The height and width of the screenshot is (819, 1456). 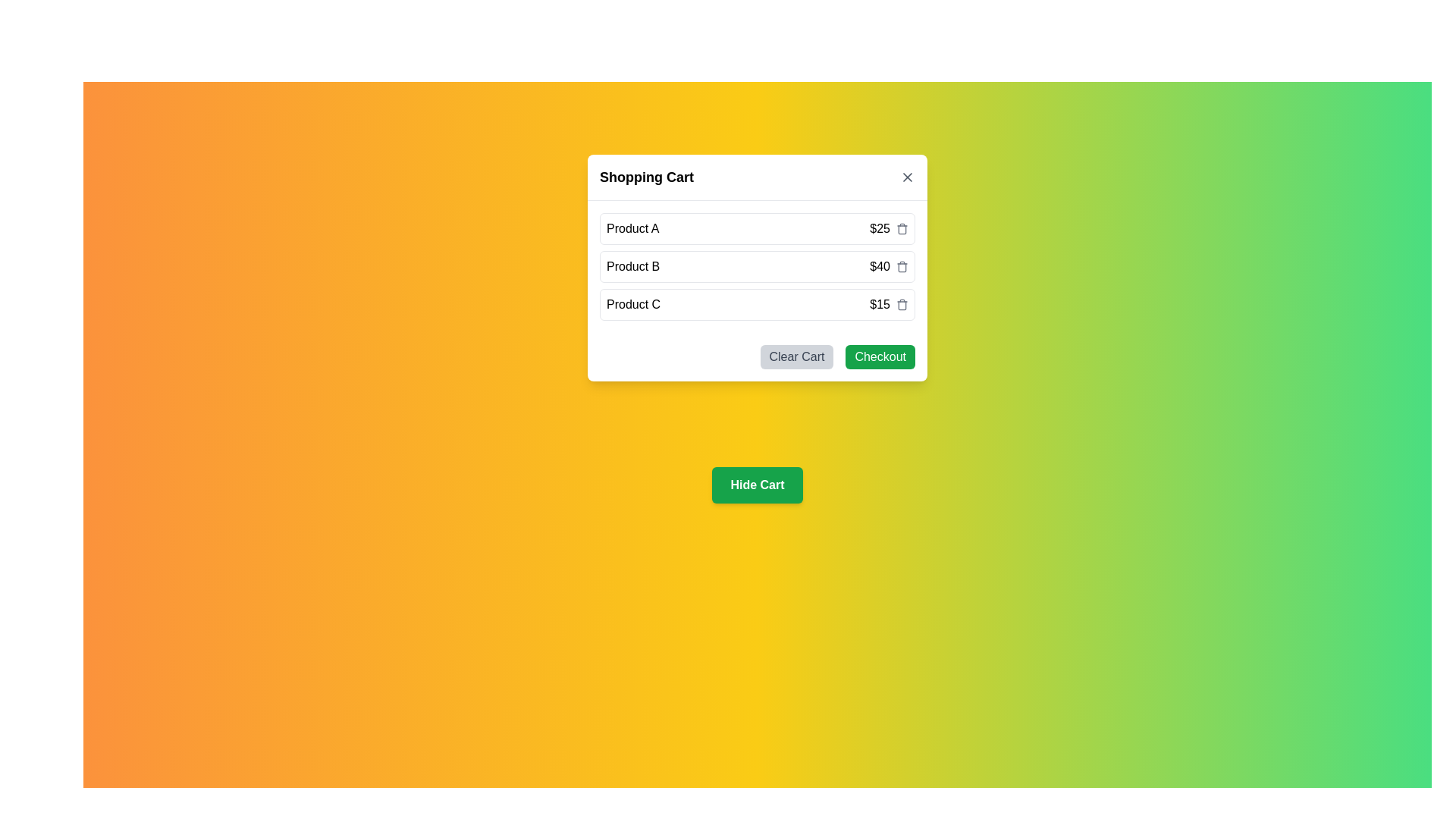 What do you see at coordinates (907, 177) in the screenshot?
I see `the Close button icon located in the upper-right corner of the 'Shopping Cart' panel` at bounding box center [907, 177].